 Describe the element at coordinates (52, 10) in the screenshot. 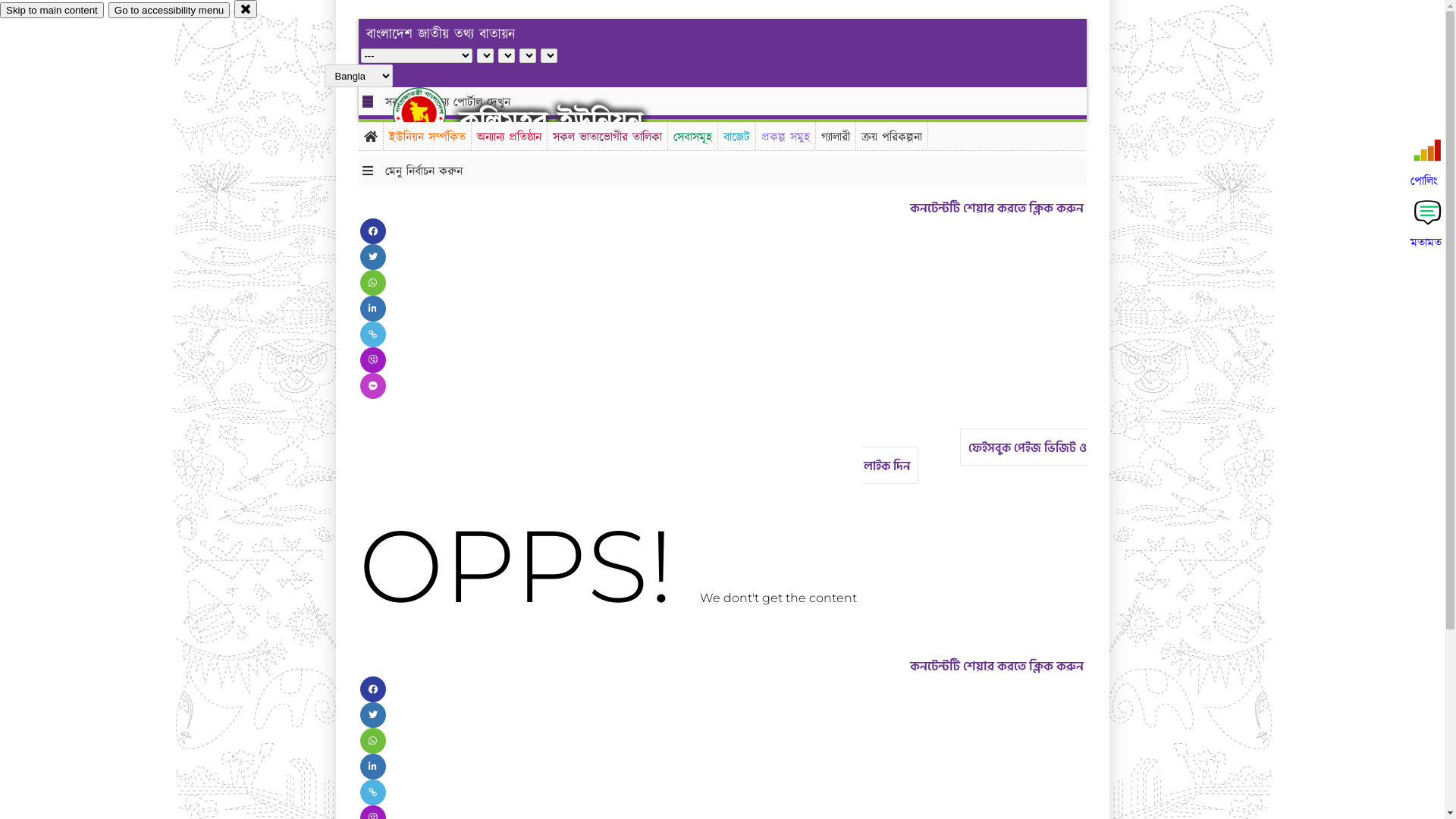

I see `'Skip to main content'` at that location.